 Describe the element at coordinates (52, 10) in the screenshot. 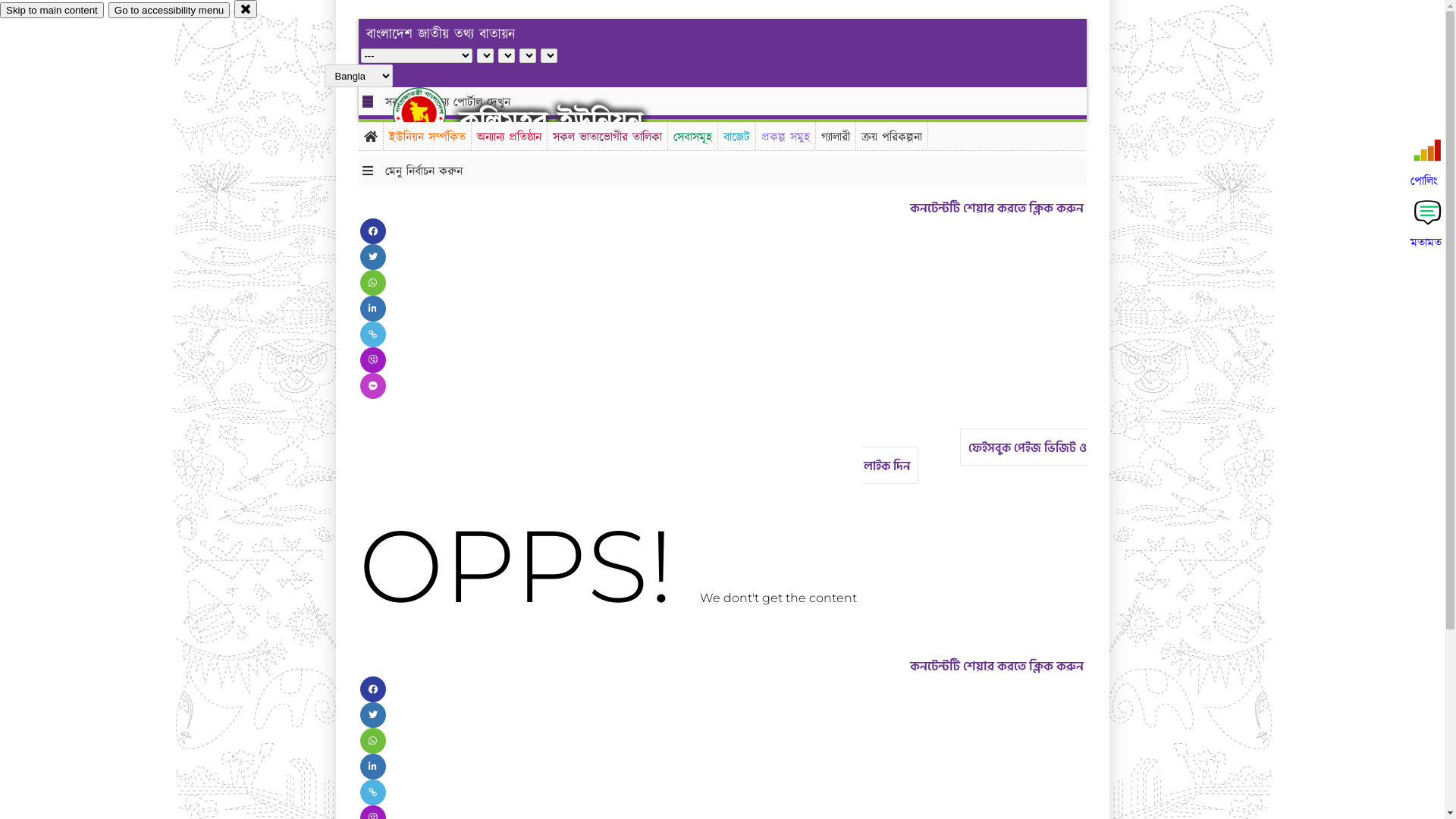

I see `'Skip to main content'` at that location.